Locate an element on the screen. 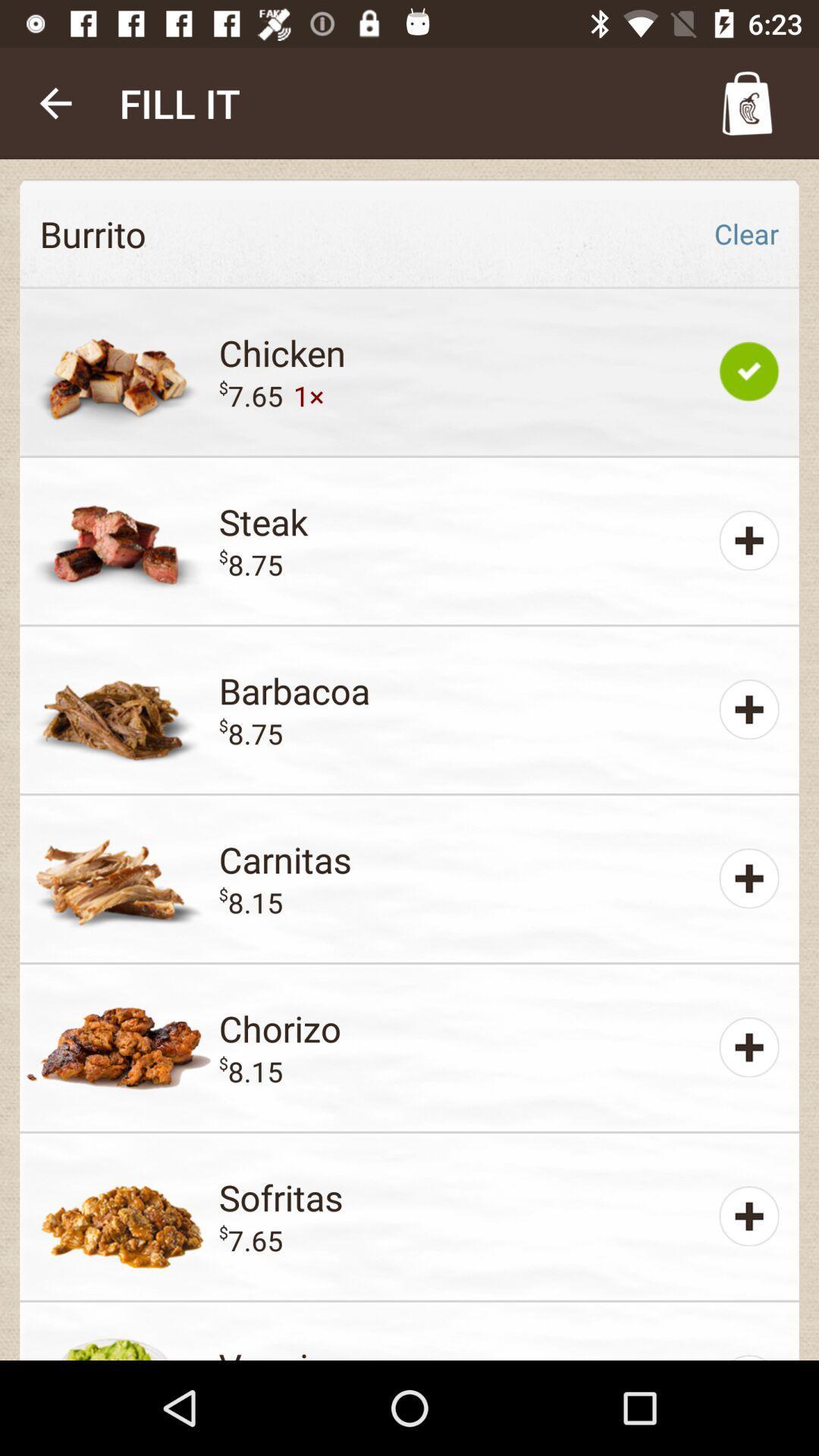  icon next to burrito item is located at coordinates (745, 233).